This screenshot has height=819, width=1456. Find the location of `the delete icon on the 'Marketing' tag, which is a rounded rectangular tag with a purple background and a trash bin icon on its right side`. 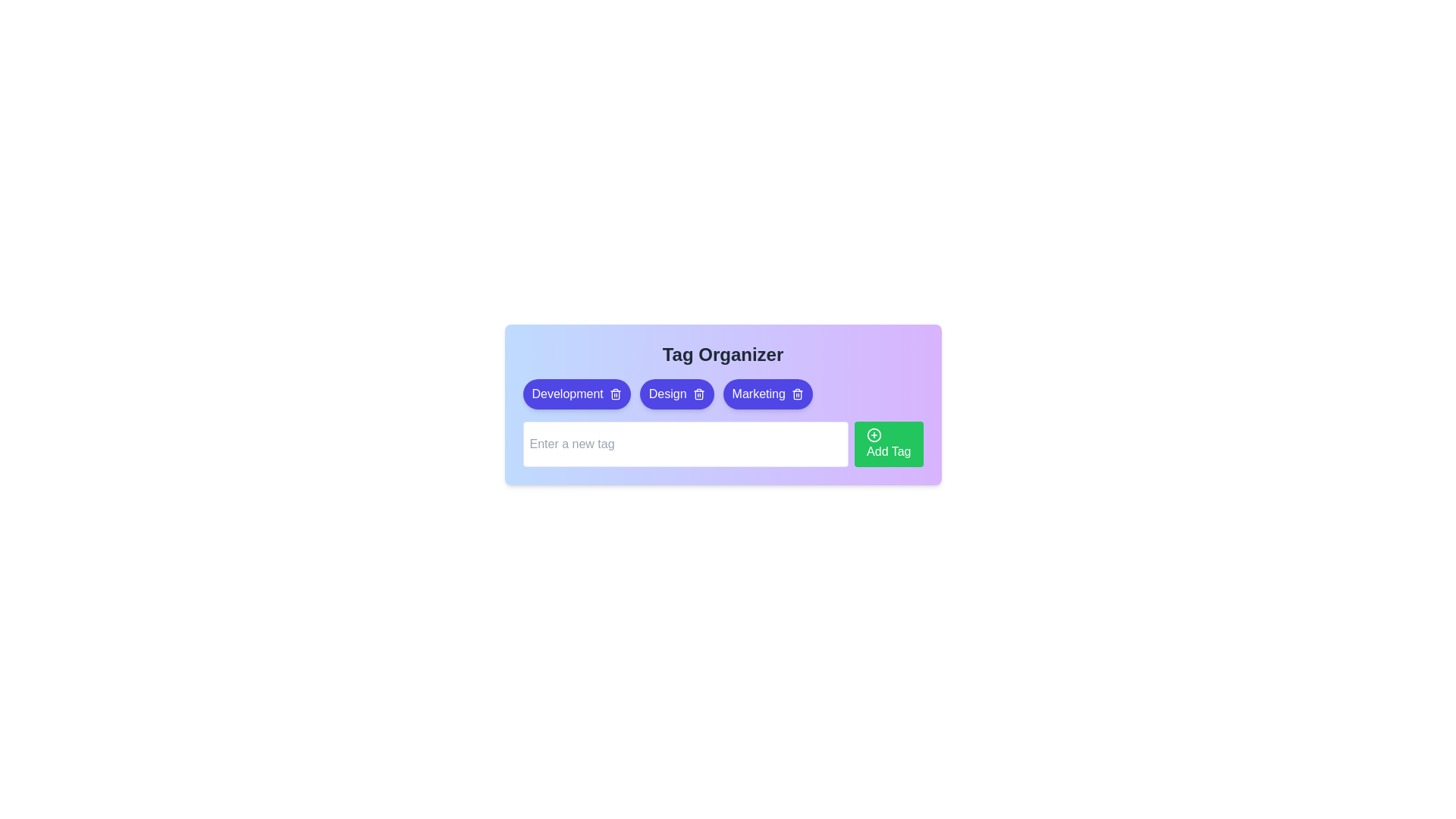

the delete icon on the 'Marketing' tag, which is a rounded rectangular tag with a purple background and a trash bin icon on its right side is located at coordinates (767, 394).